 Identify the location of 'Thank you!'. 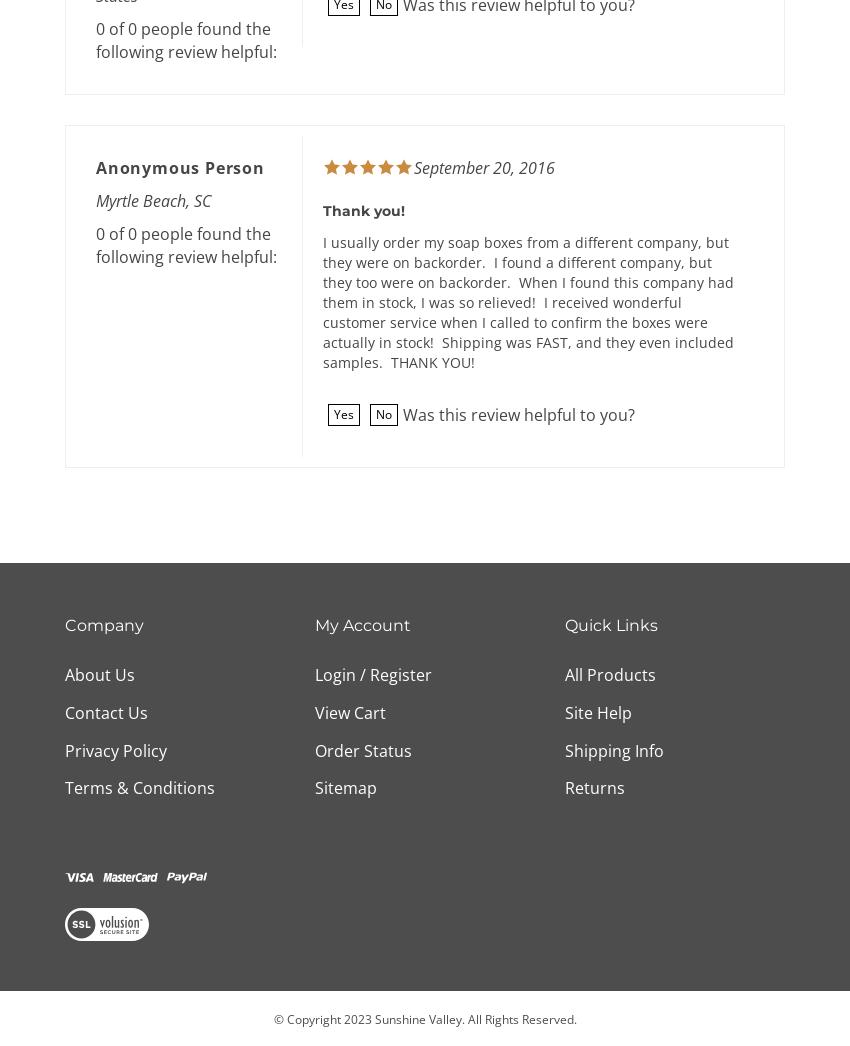
(362, 209).